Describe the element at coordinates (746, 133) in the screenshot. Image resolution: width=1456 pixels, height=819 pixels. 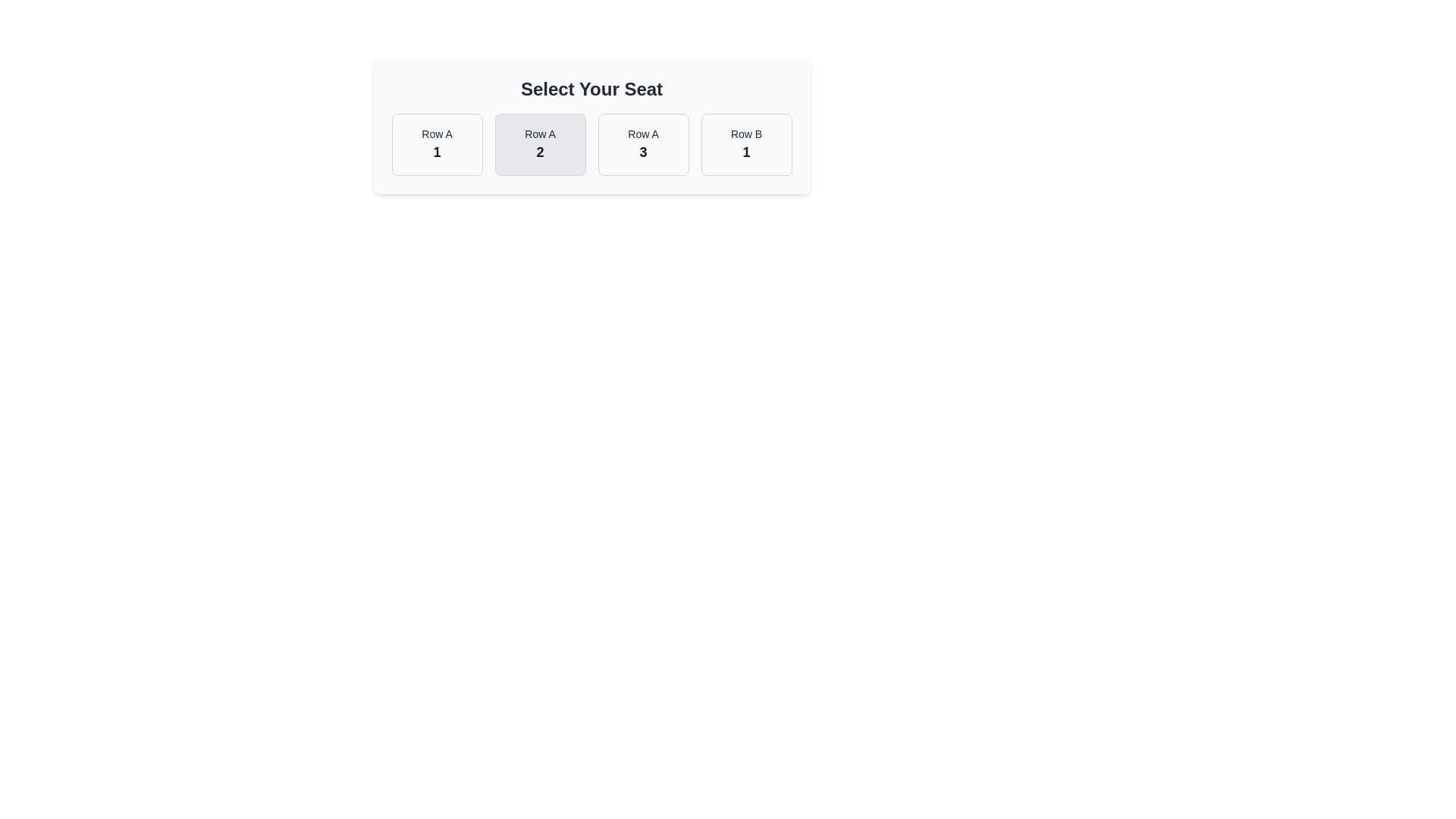
I see `the static text element displaying 'Row B', which is styled with a smaller font size and dark gray color, located at the rightmost end of the 'Select Your Seat' section` at that location.